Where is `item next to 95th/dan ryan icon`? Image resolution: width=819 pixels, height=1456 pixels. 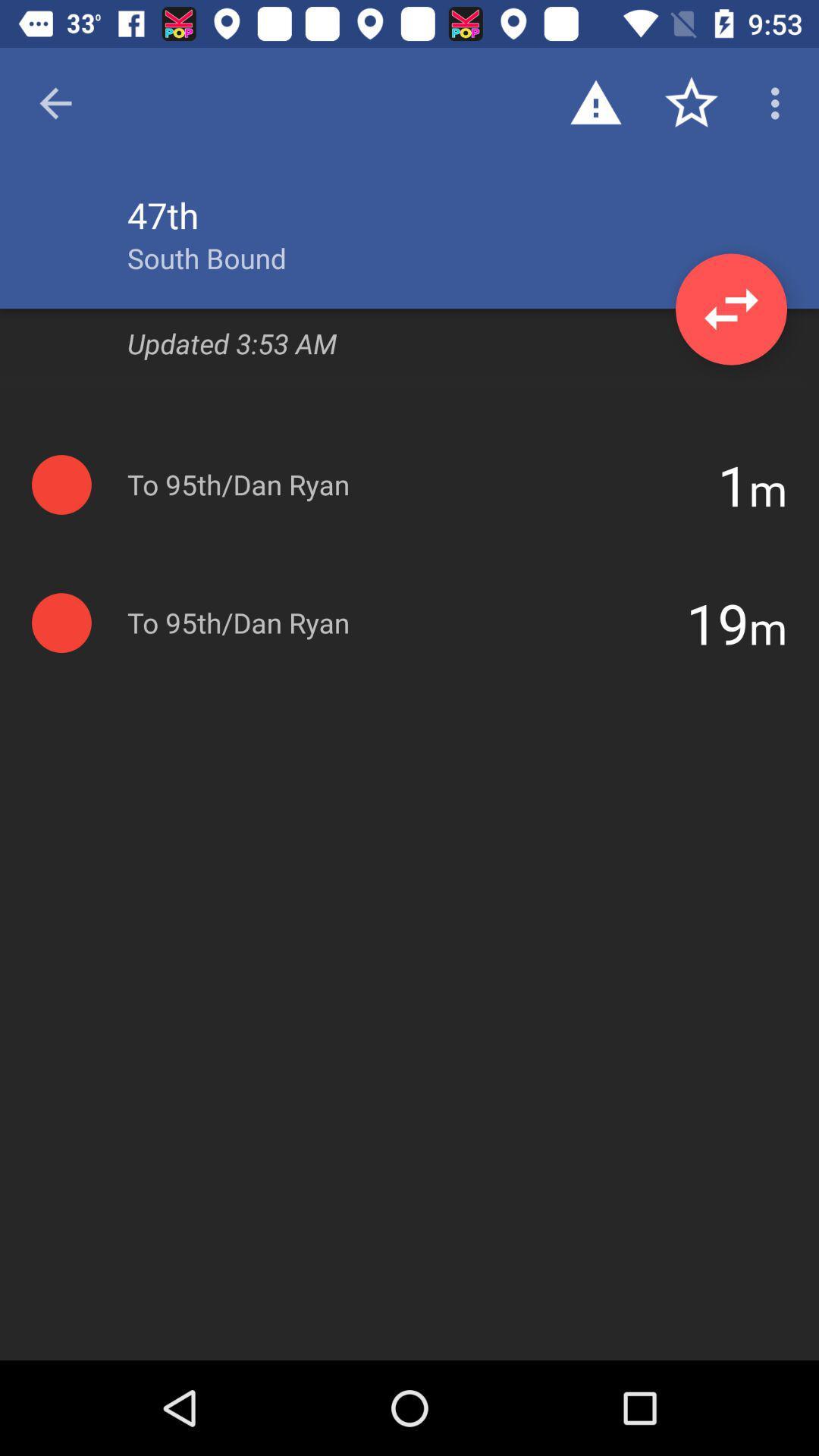 item next to 95th/dan ryan icon is located at coordinates (733, 484).